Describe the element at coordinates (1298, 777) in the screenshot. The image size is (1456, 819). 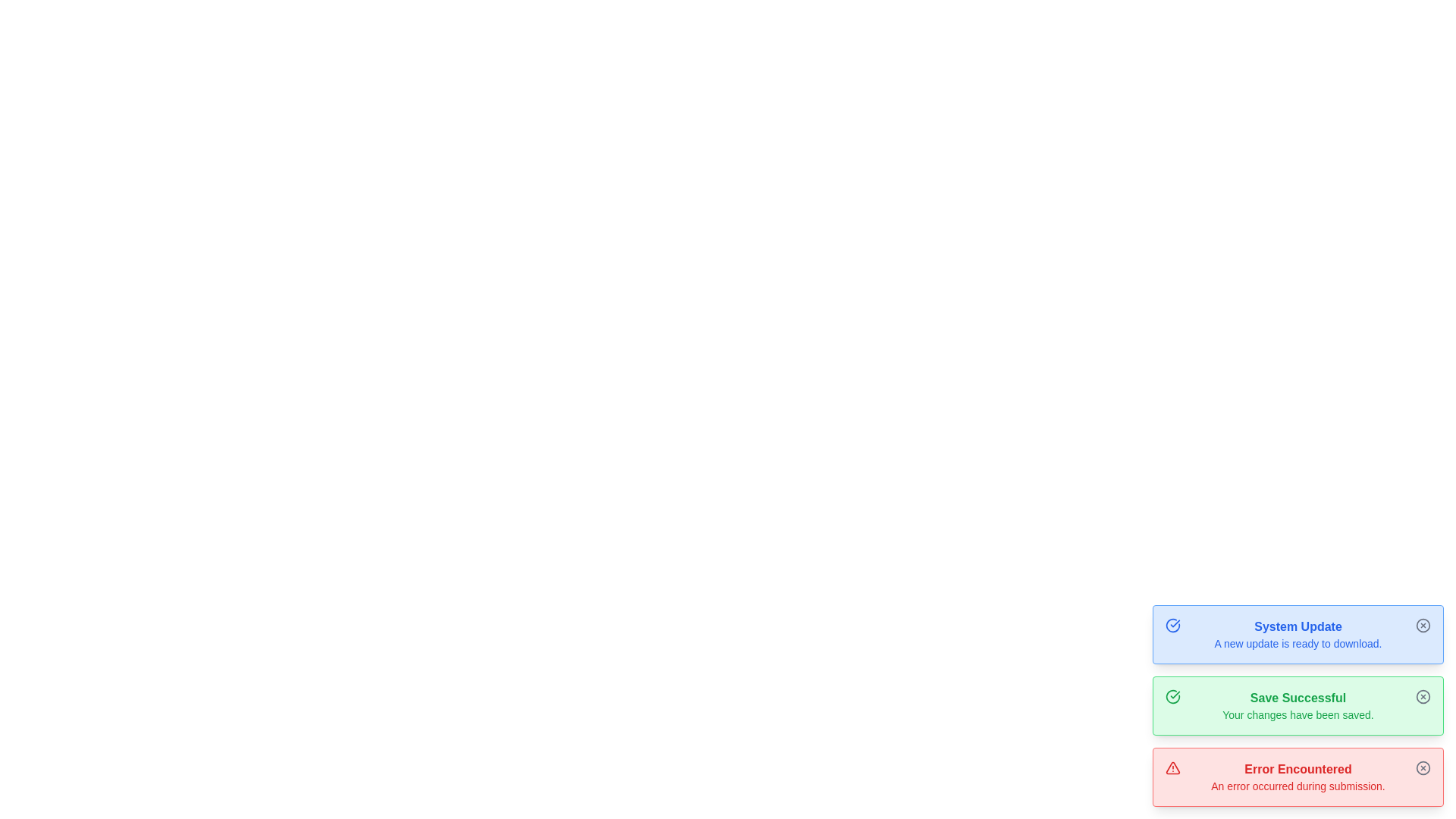
I see `the text-based notification displaying 'Error Encountered'` at that location.